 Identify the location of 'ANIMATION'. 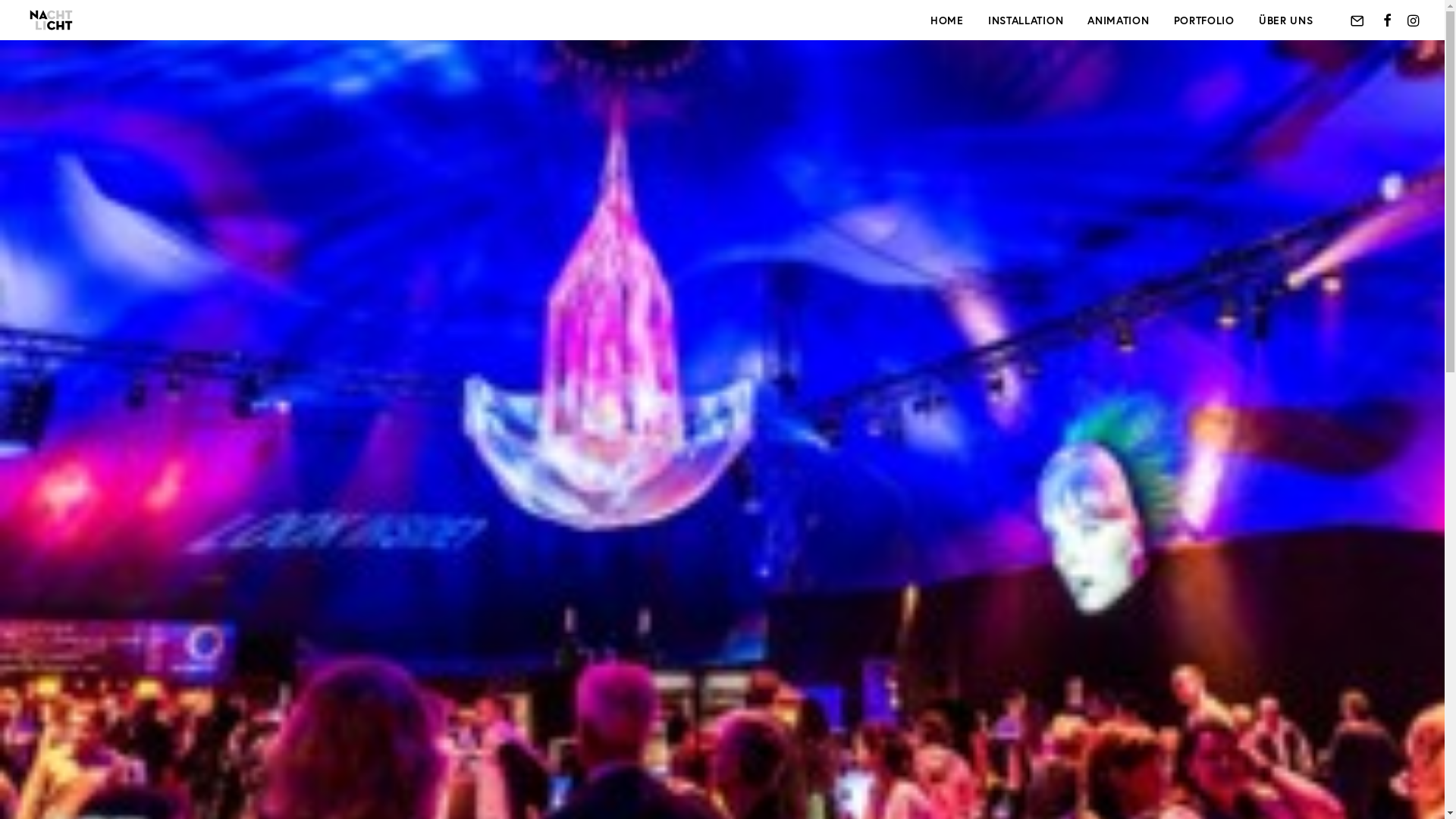
(1118, 20).